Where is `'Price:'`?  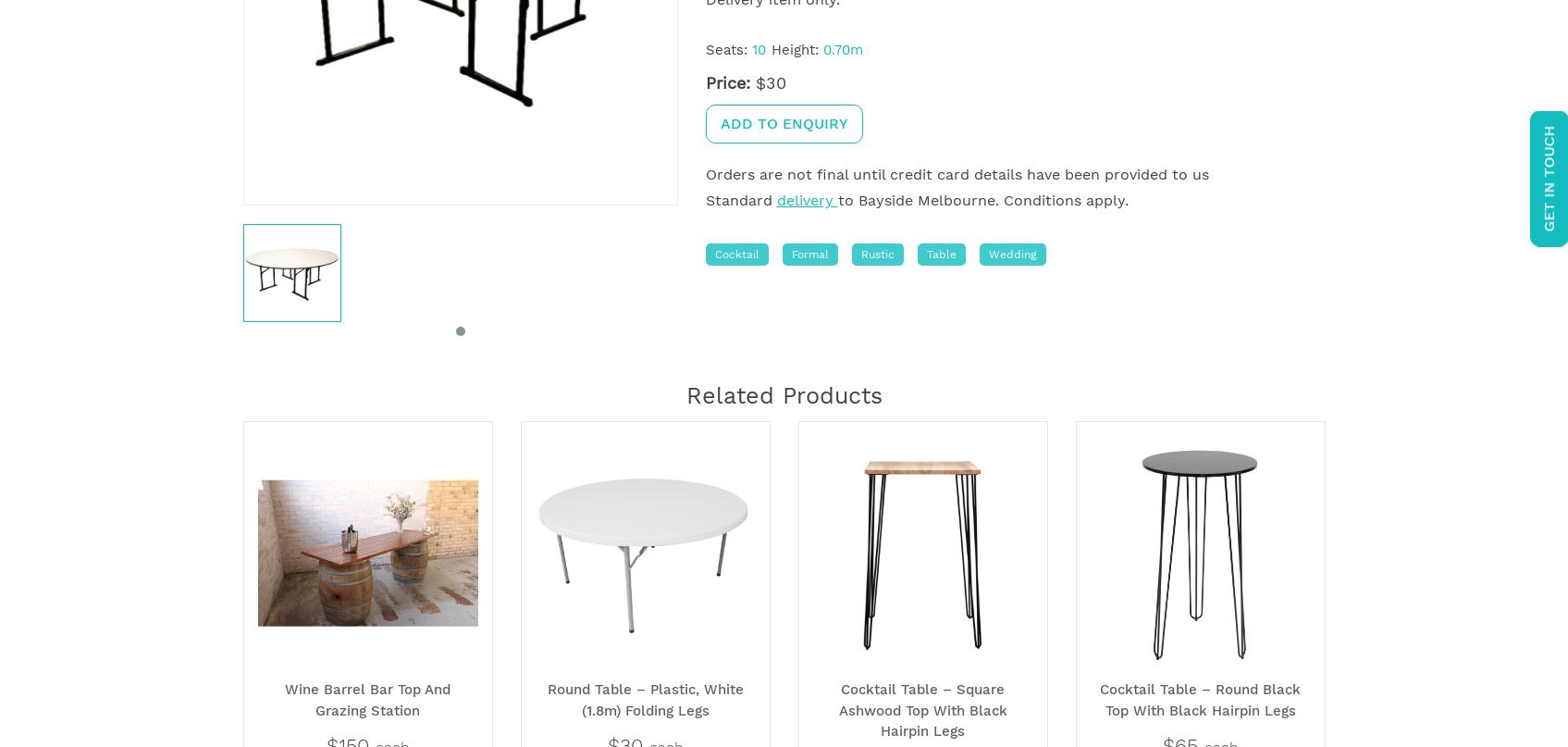
'Price:' is located at coordinates (726, 81).